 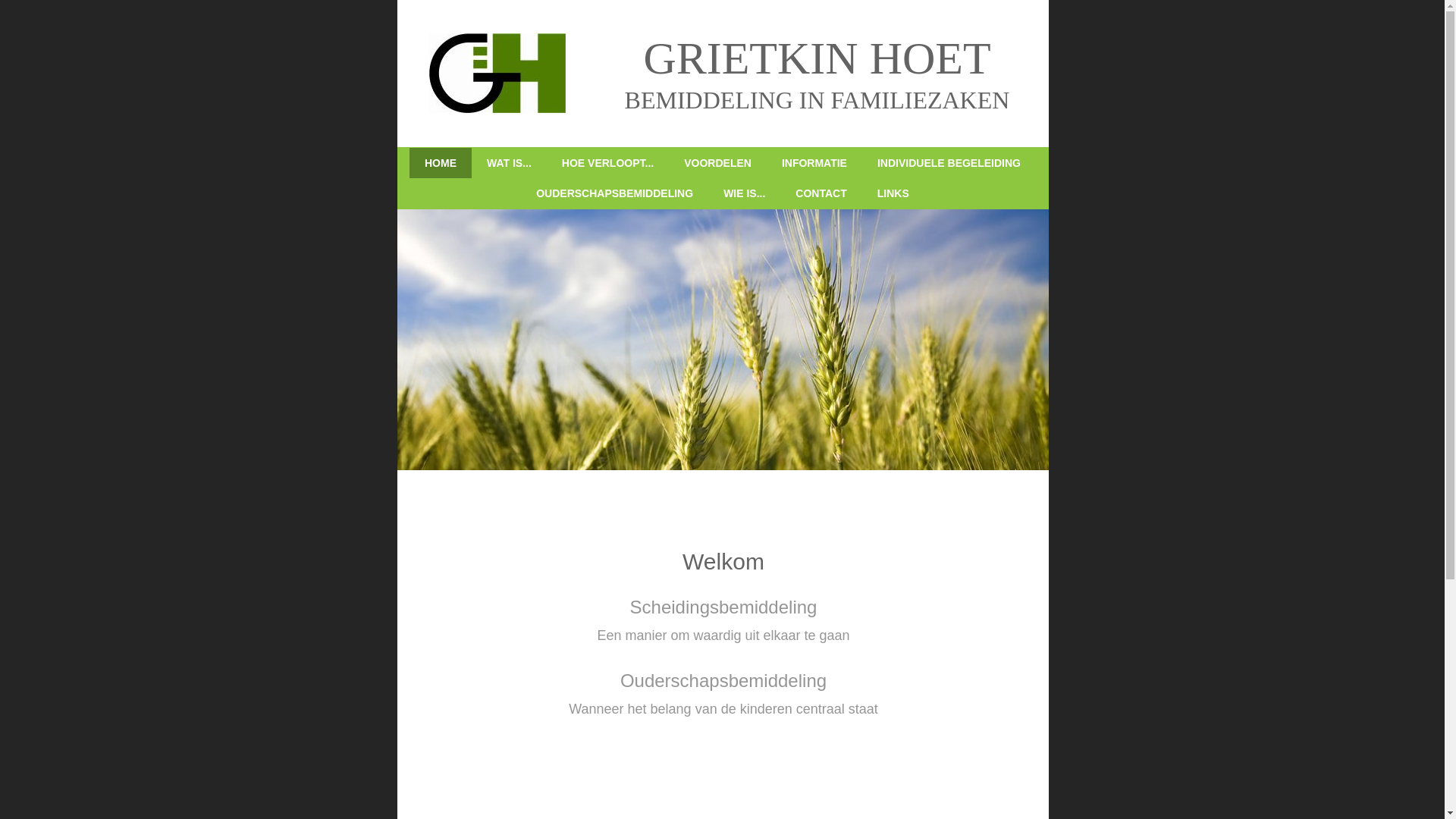 What do you see at coordinates (471, 163) in the screenshot?
I see `'WAT IS...'` at bounding box center [471, 163].